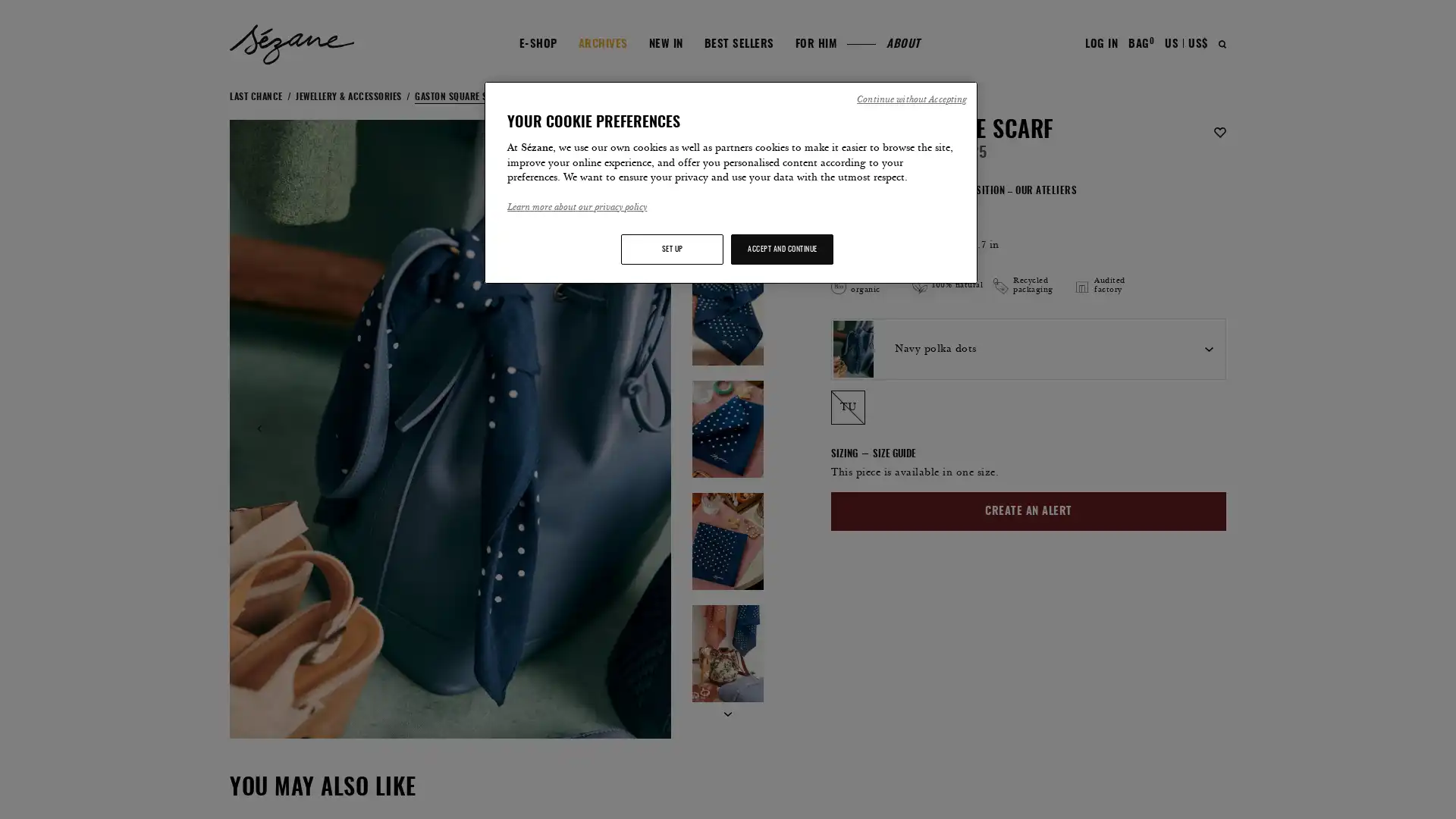 The height and width of the screenshot is (819, 1456). Describe the element at coordinates (726, 143) in the screenshot. I see `front.slider.prev_slide` at that location.